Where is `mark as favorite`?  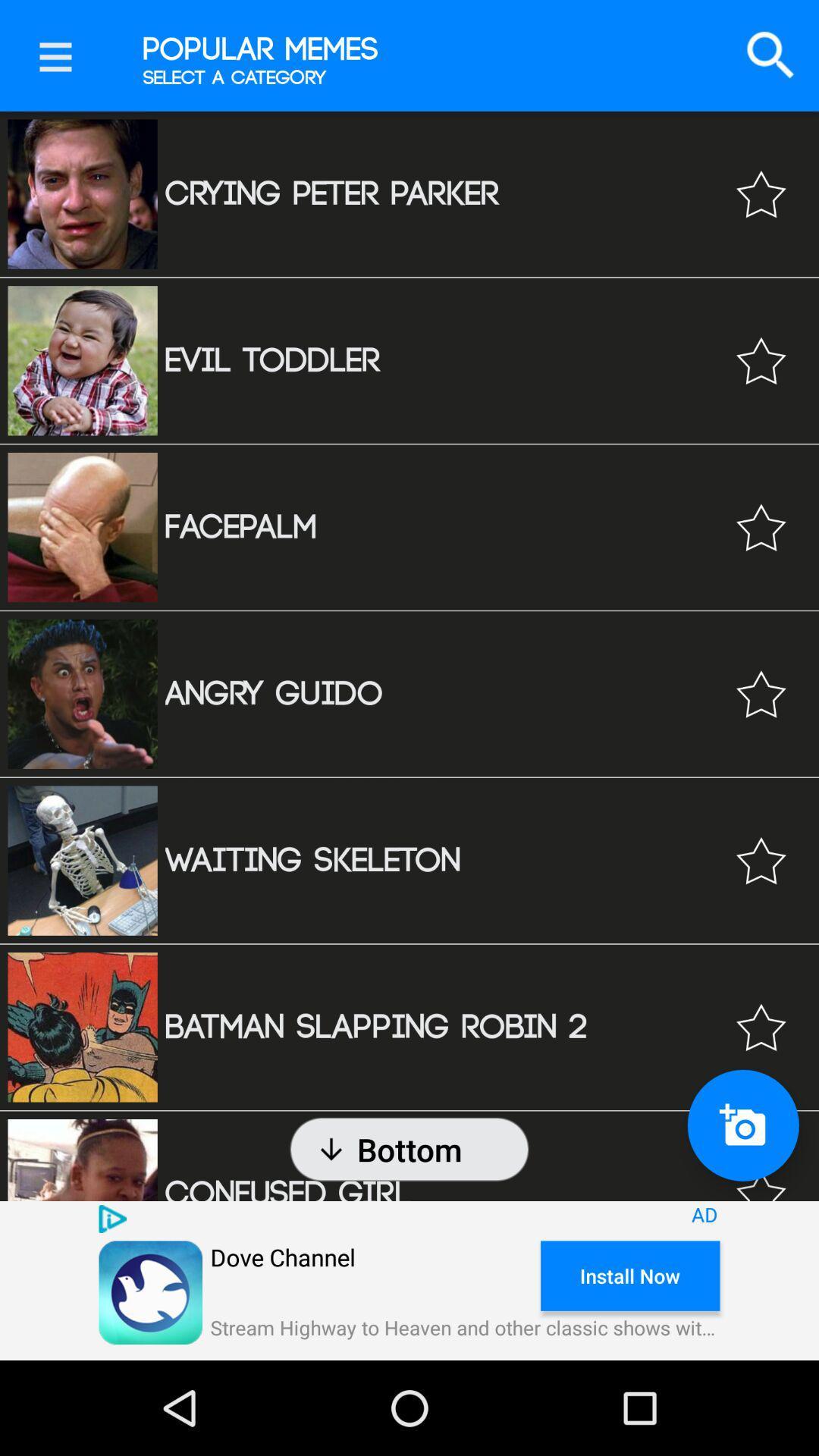
mark as favorite is located at coordinates (761, 861).